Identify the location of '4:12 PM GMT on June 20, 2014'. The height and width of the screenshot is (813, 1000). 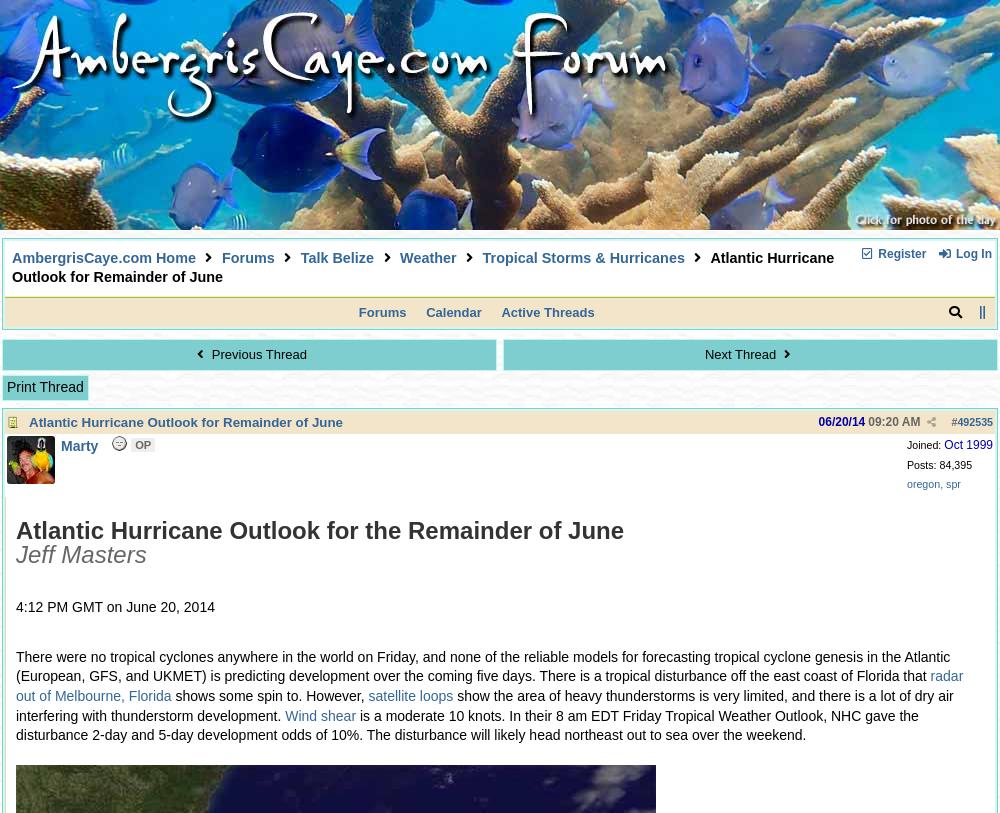
(114, 606).